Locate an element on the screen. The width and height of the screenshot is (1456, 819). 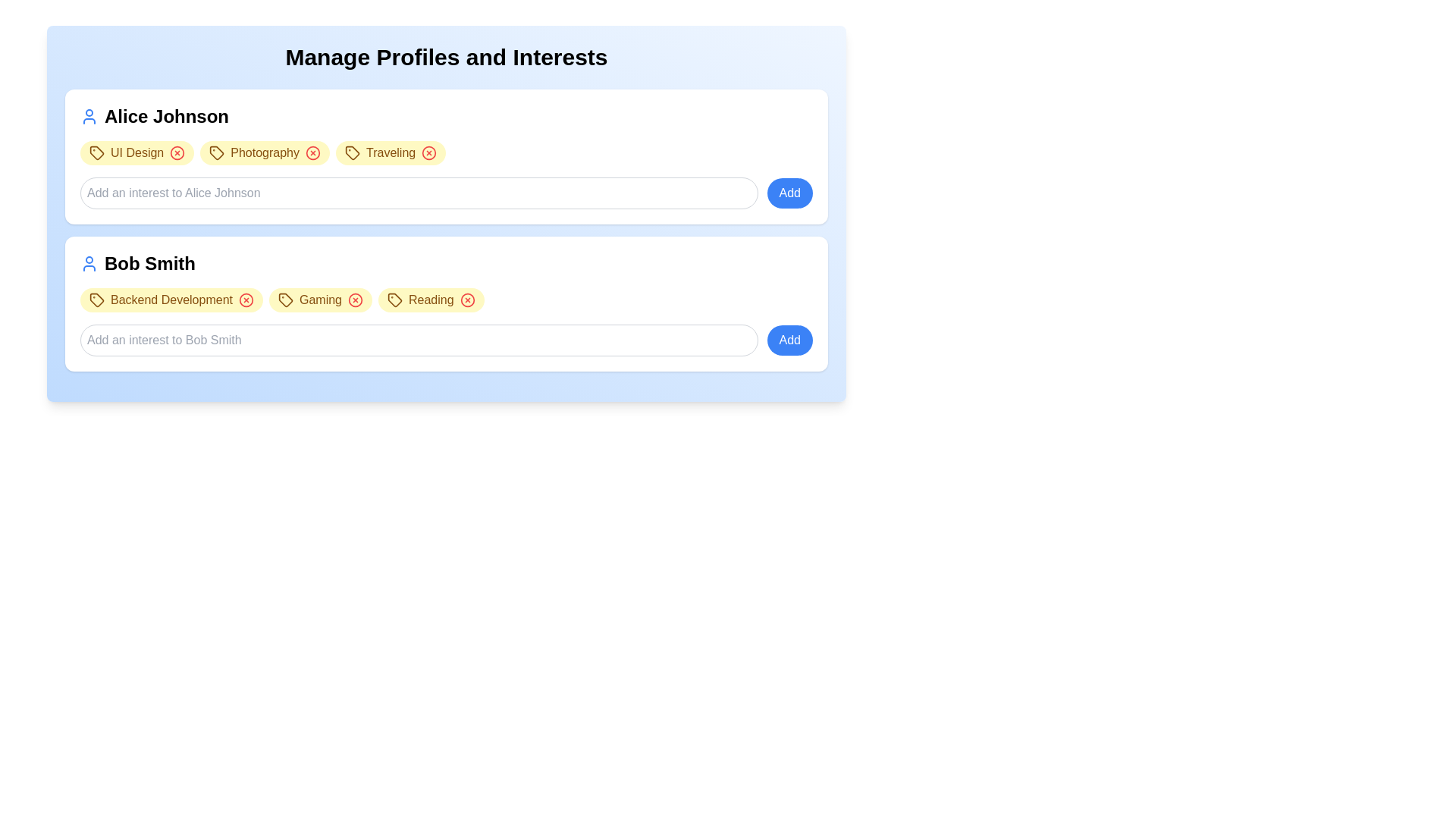
the circular cancel or close button located within the 'Photography' interest tag in the 'Alice Johnson' section is located at coordinates (312, 152).